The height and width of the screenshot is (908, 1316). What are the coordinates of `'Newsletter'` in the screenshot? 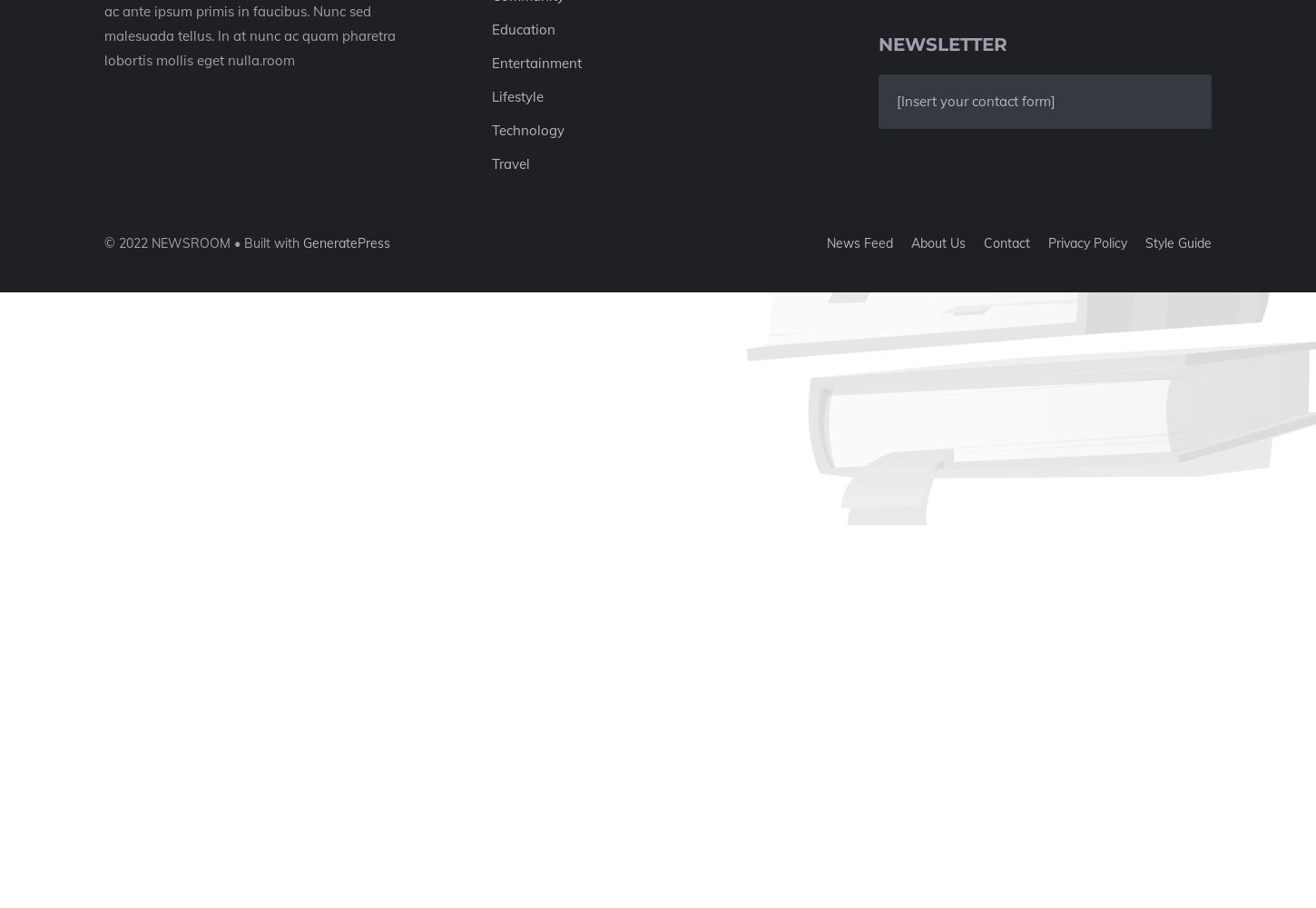 It's located at (943, 44).